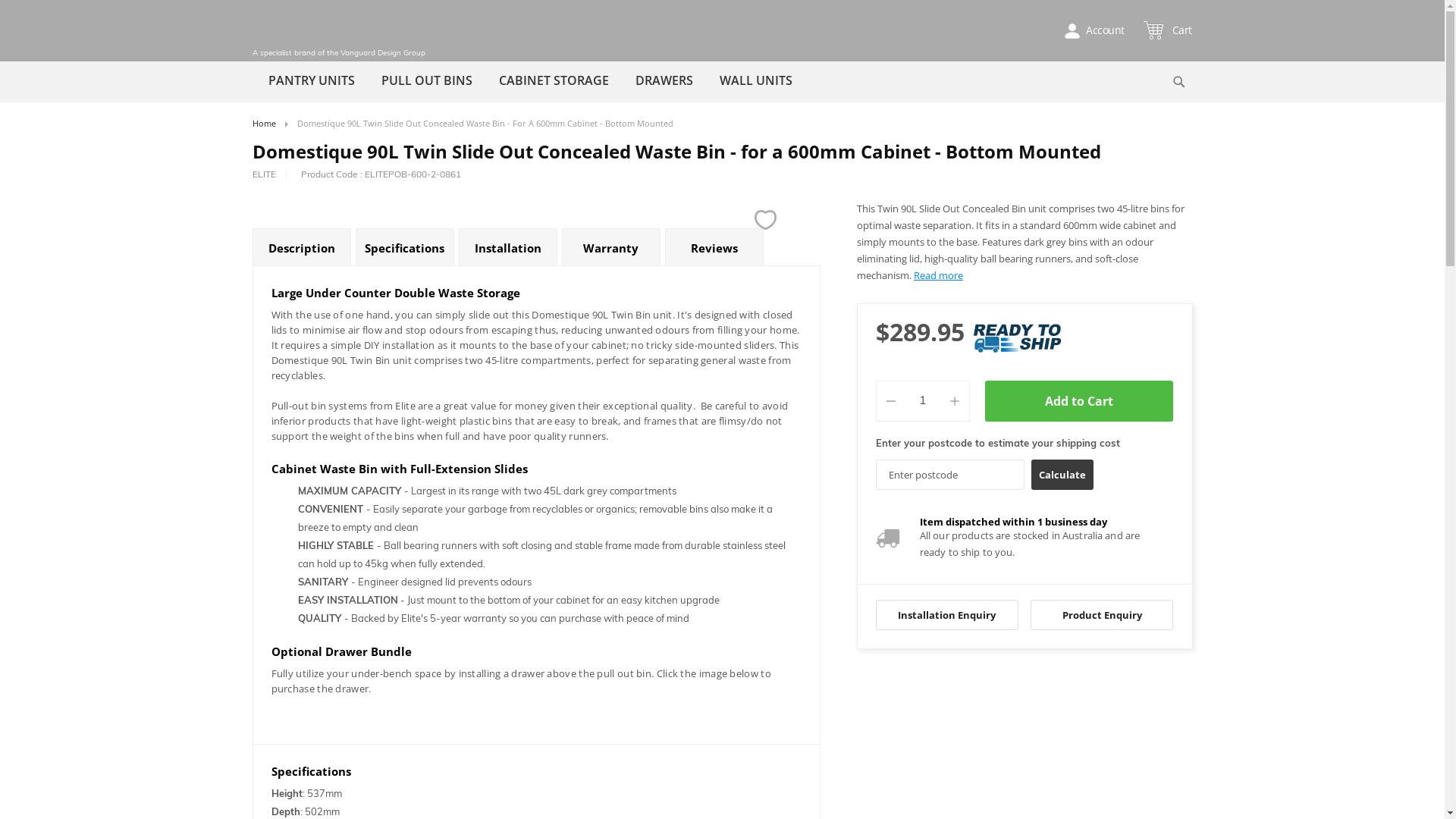  What do you see at coordinates (937, 275) in the screenshot?
I see `'Read more'` at bounding box center [937, 275].